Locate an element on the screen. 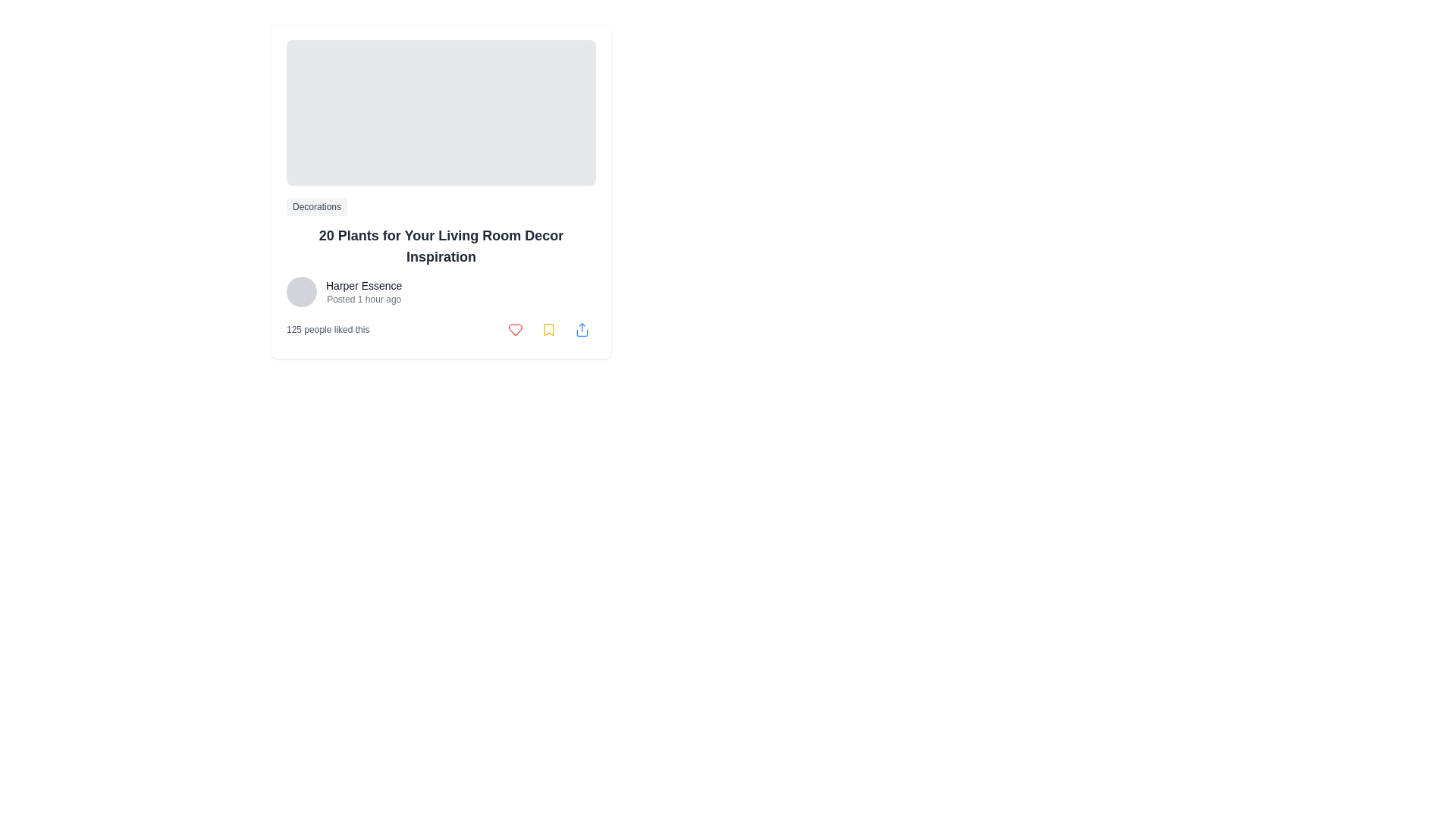  the yellow bookmark-shaped icon located below the text '125 people liked this', which is the second in a row of three interactive icons, to bookmark the content is located at coordinates (548, 329).